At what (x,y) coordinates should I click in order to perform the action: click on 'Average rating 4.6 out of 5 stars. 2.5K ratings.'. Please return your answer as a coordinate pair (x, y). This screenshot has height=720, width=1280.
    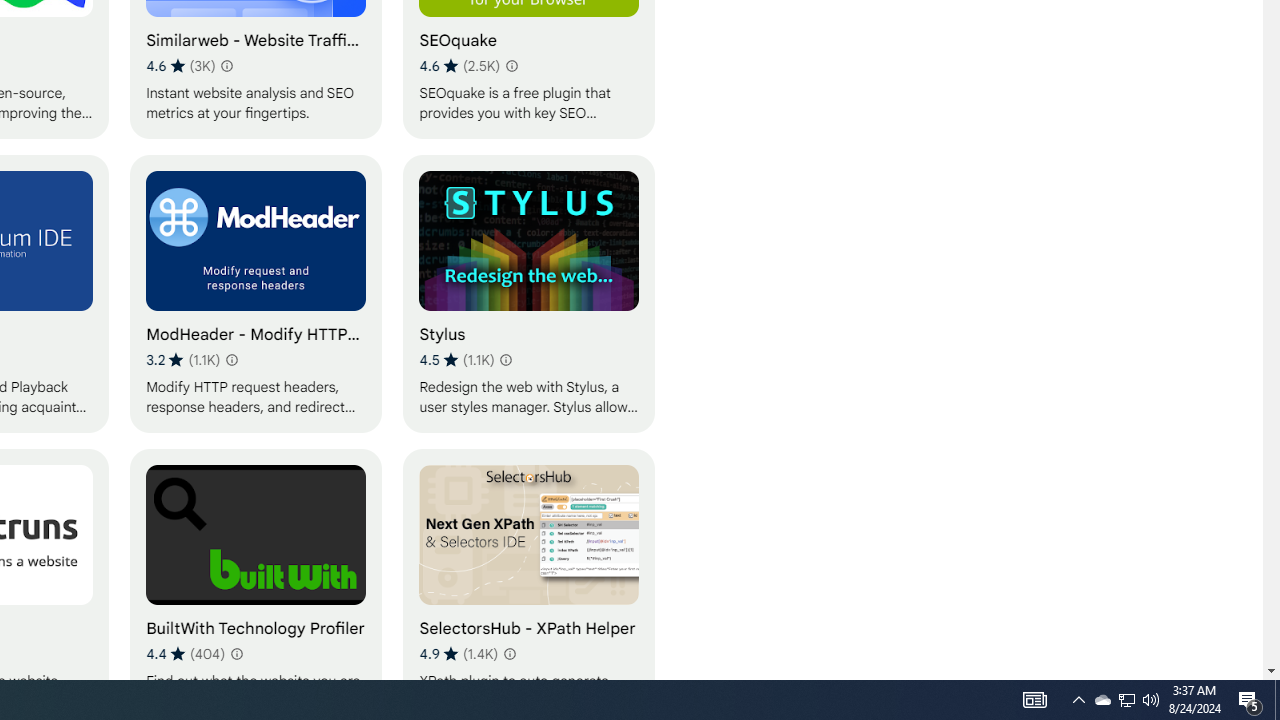
    Looking at the image, I should click on (458, 65).